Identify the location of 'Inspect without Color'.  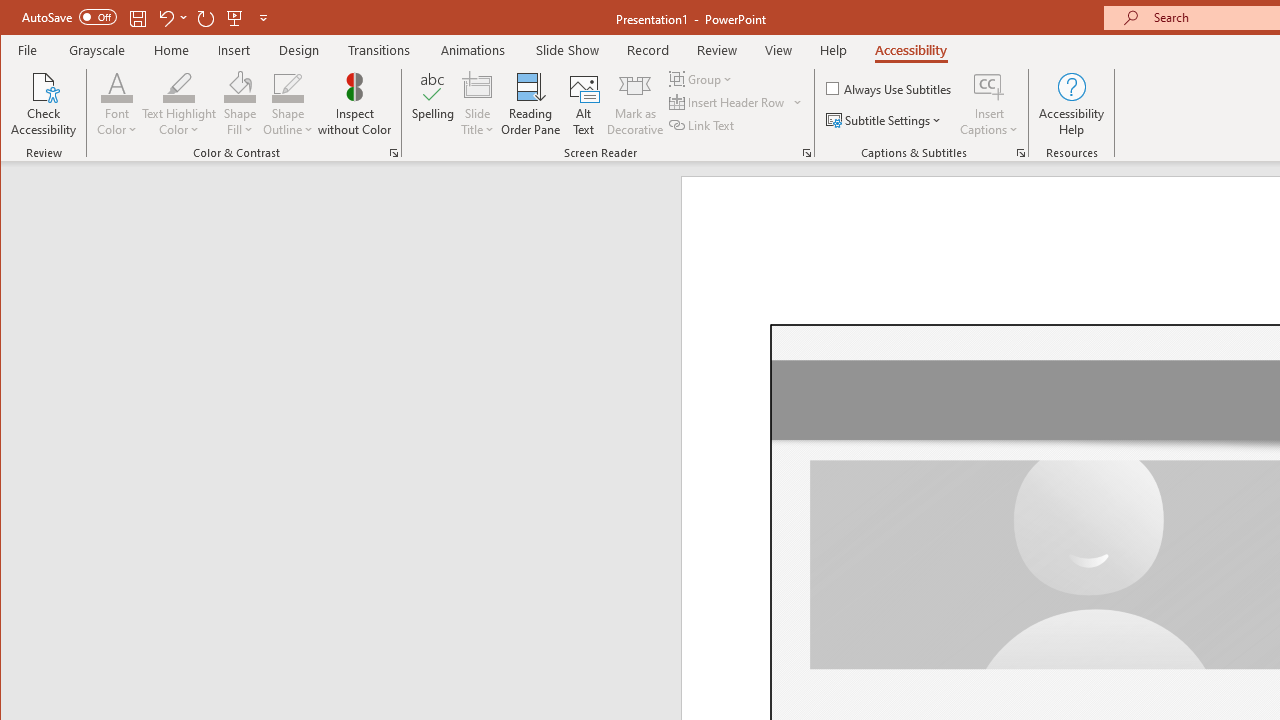
(355, 104).